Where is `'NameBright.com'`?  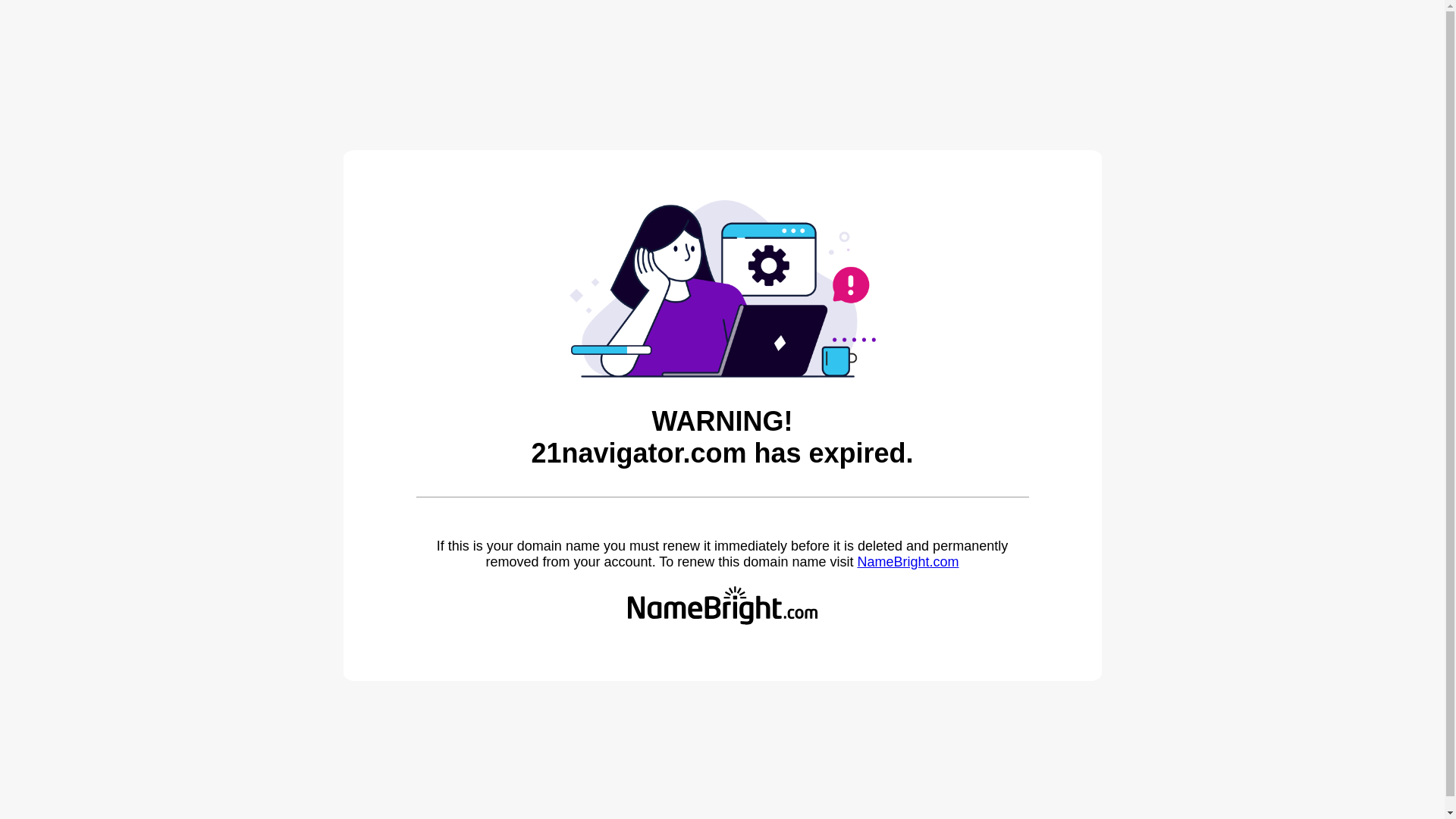
'NameBright.com' is located at coordinates (856, 561).